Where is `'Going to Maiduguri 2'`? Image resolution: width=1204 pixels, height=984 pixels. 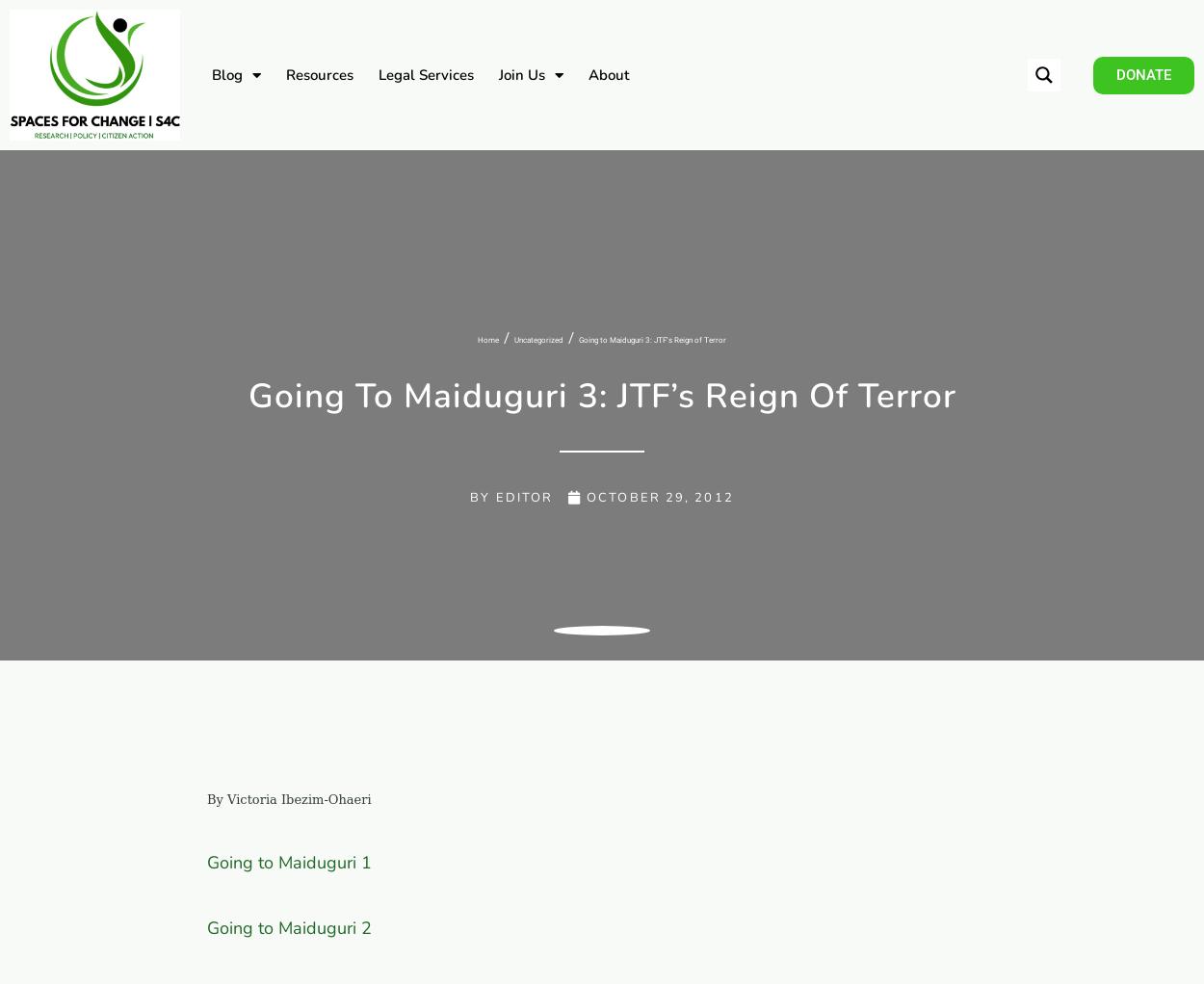
'Going to Maiduguri 2' is located at coordinates (289, 926).